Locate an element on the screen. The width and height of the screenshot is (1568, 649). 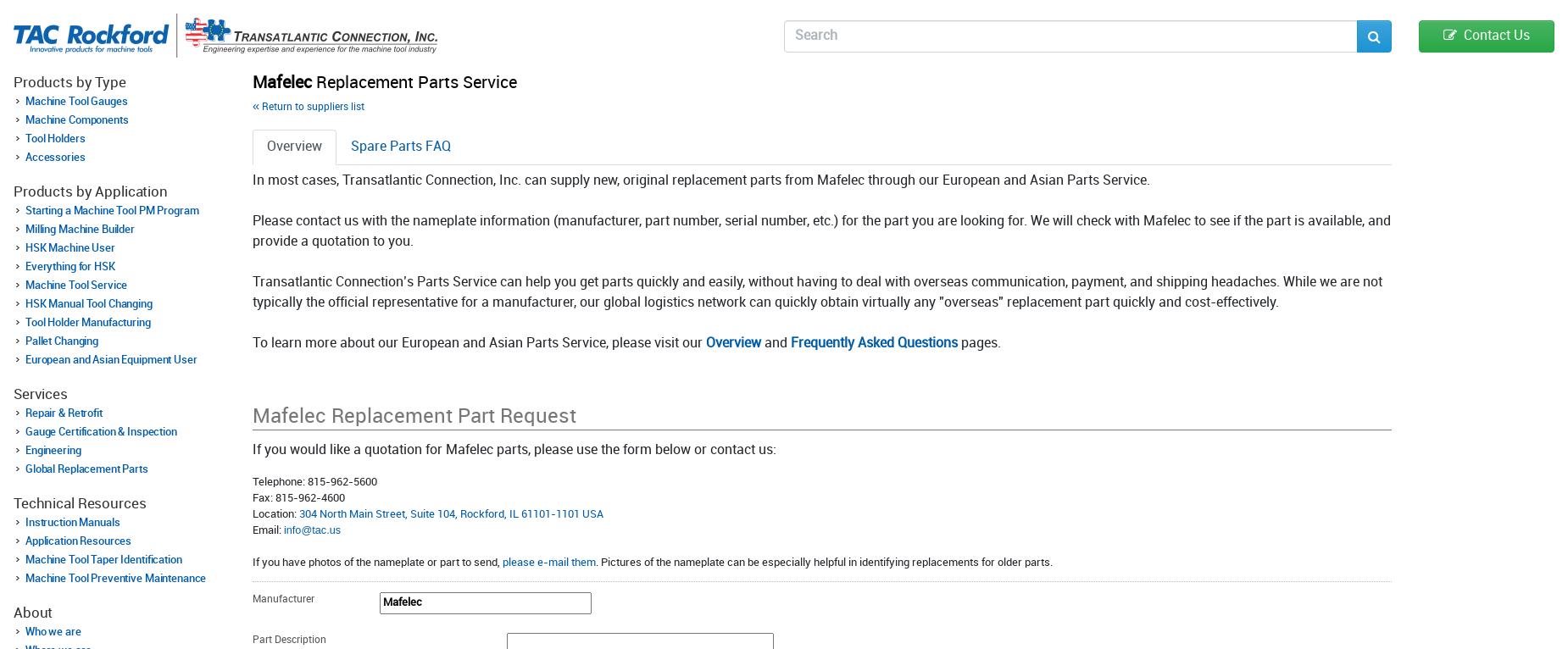
'infο@tac.us' is located at coordinates (311, 528).